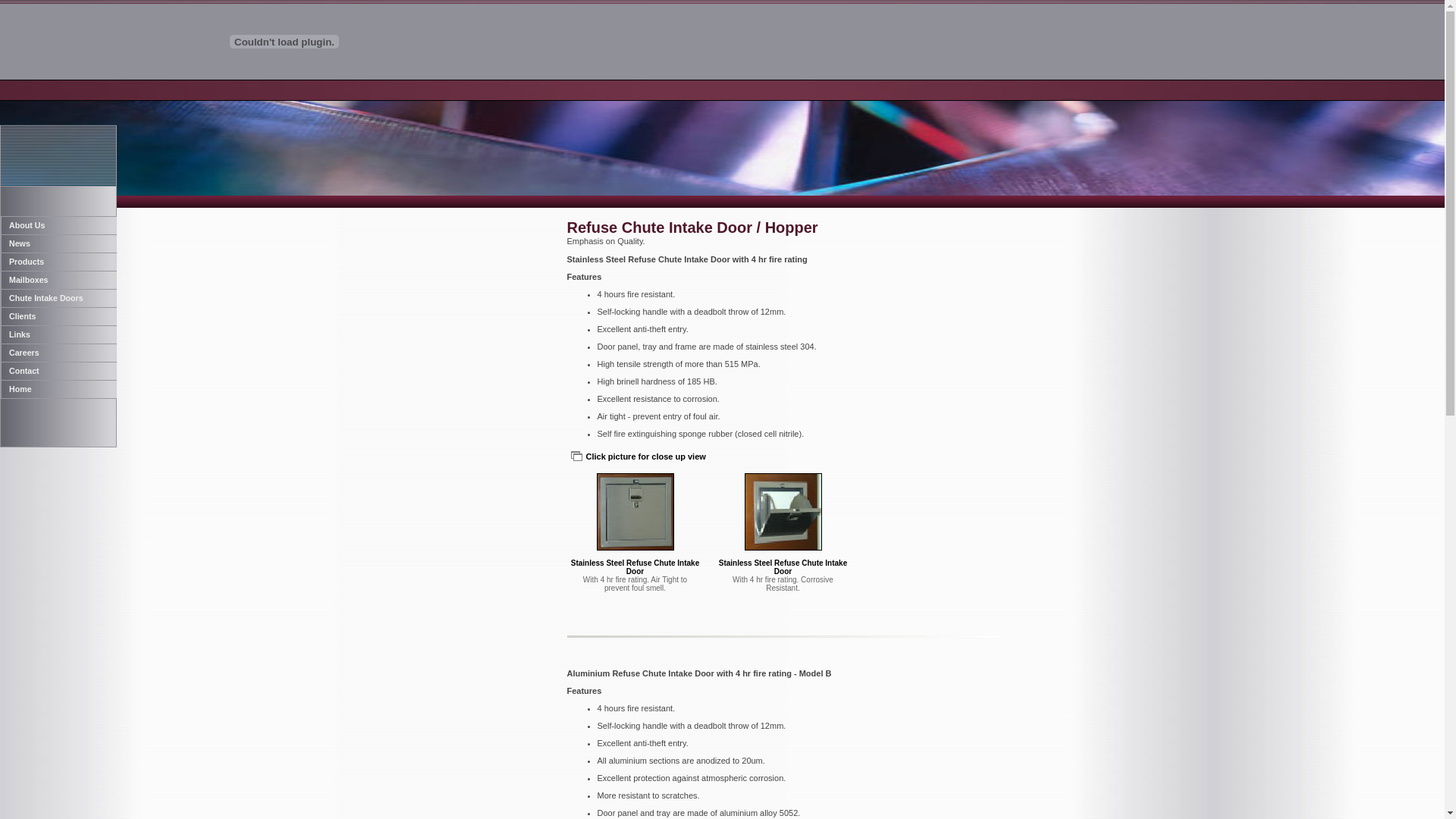  What do you see at coordinates (58, 333) in the screenshot?
I see `'Links'` at bounding box center [58, 333].